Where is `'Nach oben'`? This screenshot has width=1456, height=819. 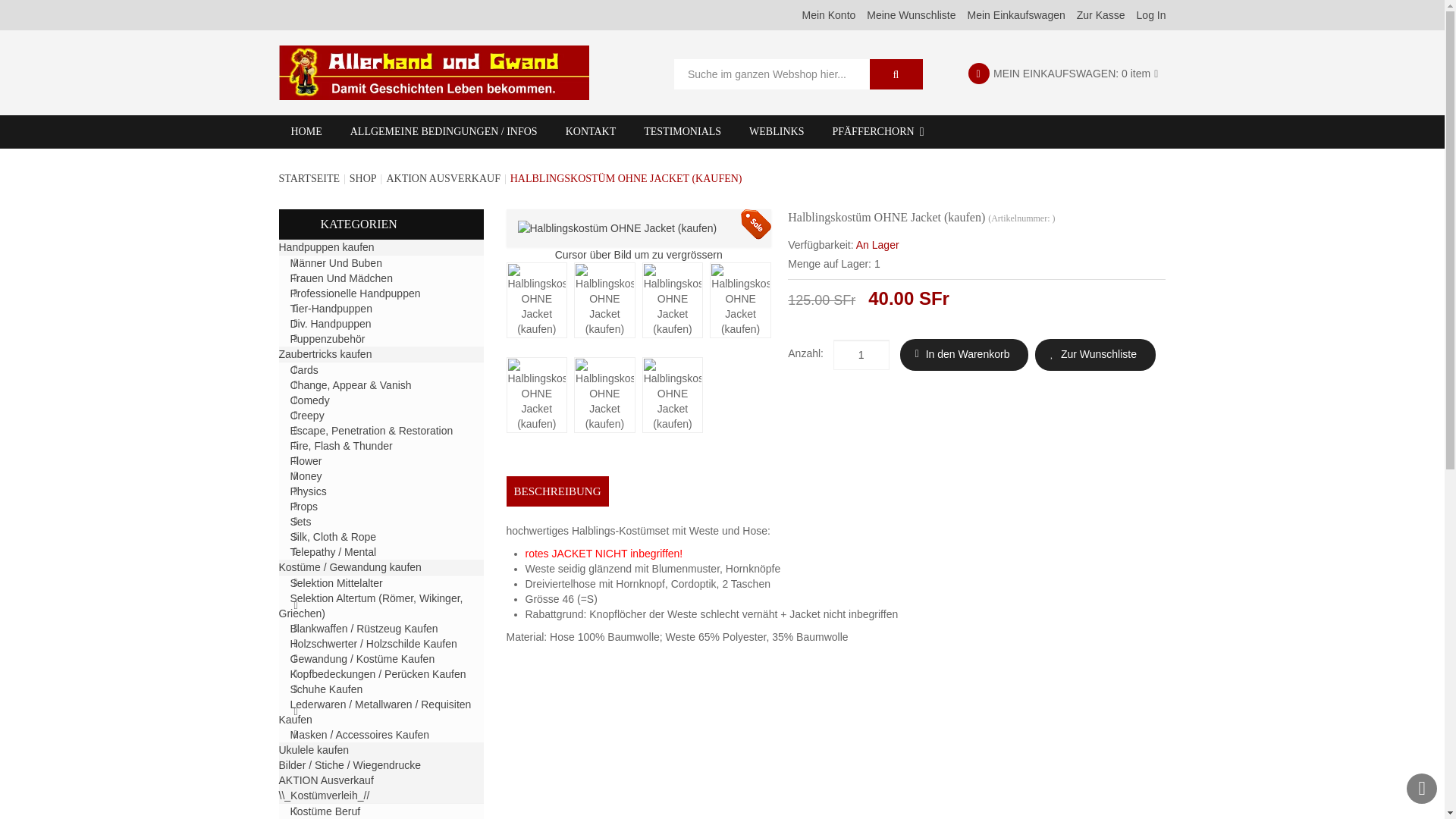
'Nach oben' is located at coordinates (1421, 788).